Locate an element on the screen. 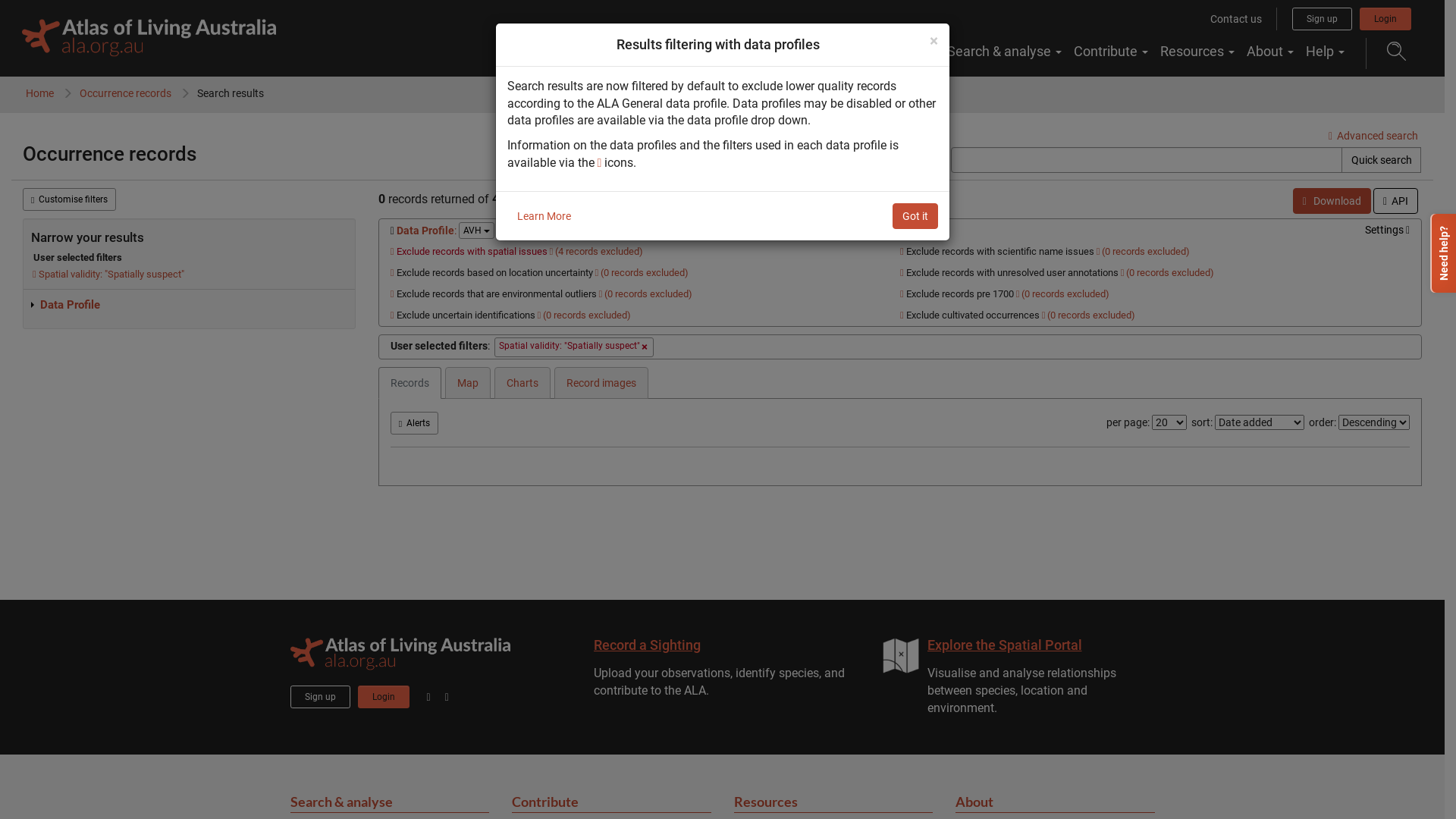 Image resolution: width=1456 pixels, height=819 pixels. 'Home' is located at coordinates (39, 93).